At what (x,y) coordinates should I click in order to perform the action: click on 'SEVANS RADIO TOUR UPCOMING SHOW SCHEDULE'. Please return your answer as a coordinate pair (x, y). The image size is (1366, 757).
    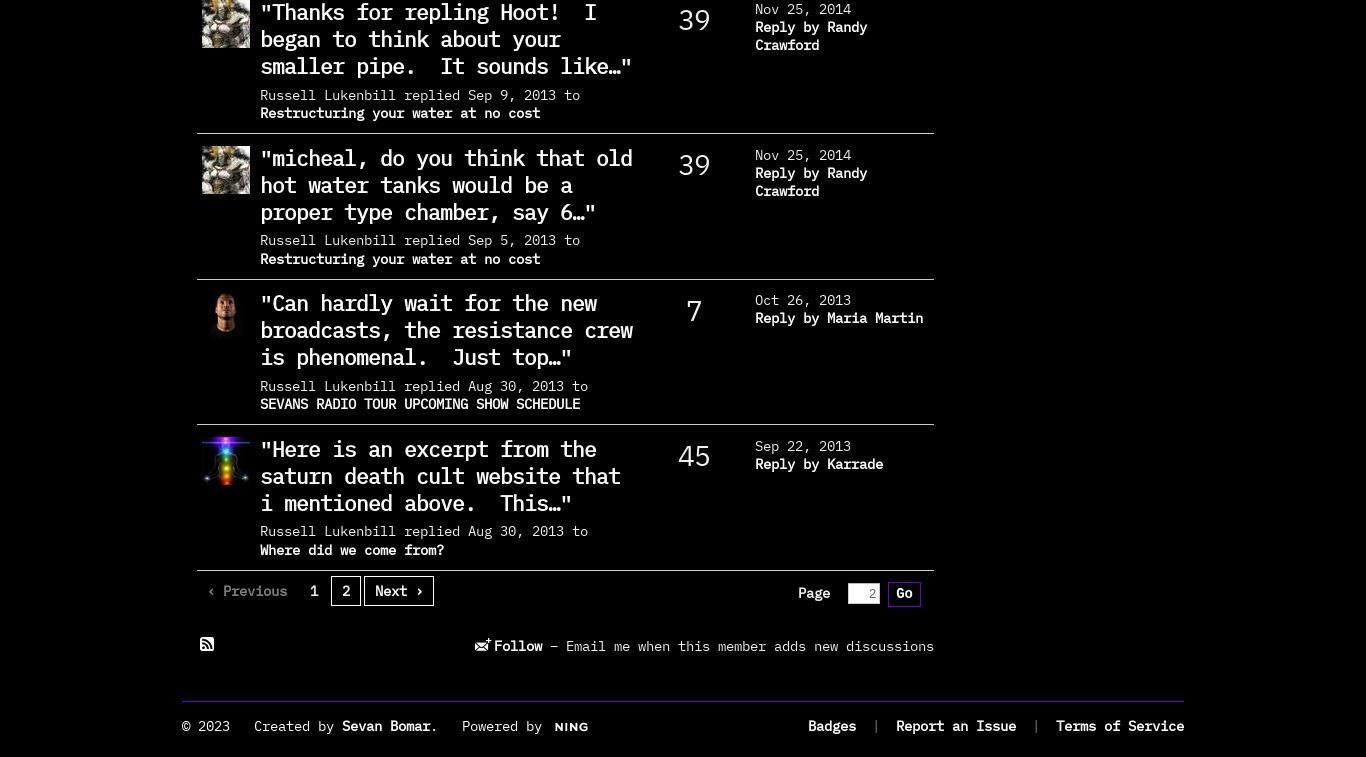
    Looking at the image, I should click on (259, 404).